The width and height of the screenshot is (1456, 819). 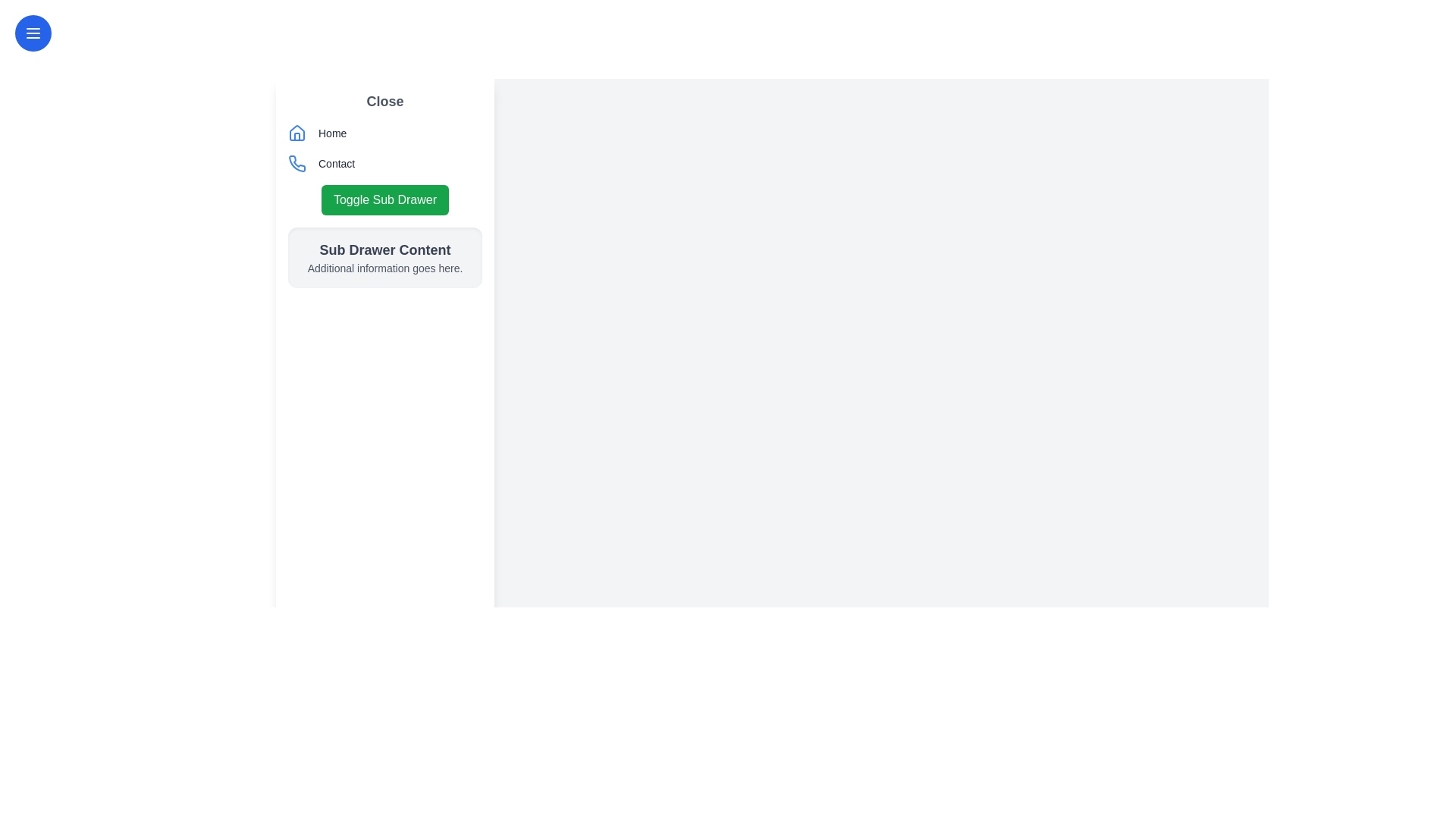 What do you see at coordinates (385, 199) in the screenshot?
I see `the 'Toggle Sub Drawer' button located in the left sidebar, which has a green background and white text` at bounding box center [385, 199].